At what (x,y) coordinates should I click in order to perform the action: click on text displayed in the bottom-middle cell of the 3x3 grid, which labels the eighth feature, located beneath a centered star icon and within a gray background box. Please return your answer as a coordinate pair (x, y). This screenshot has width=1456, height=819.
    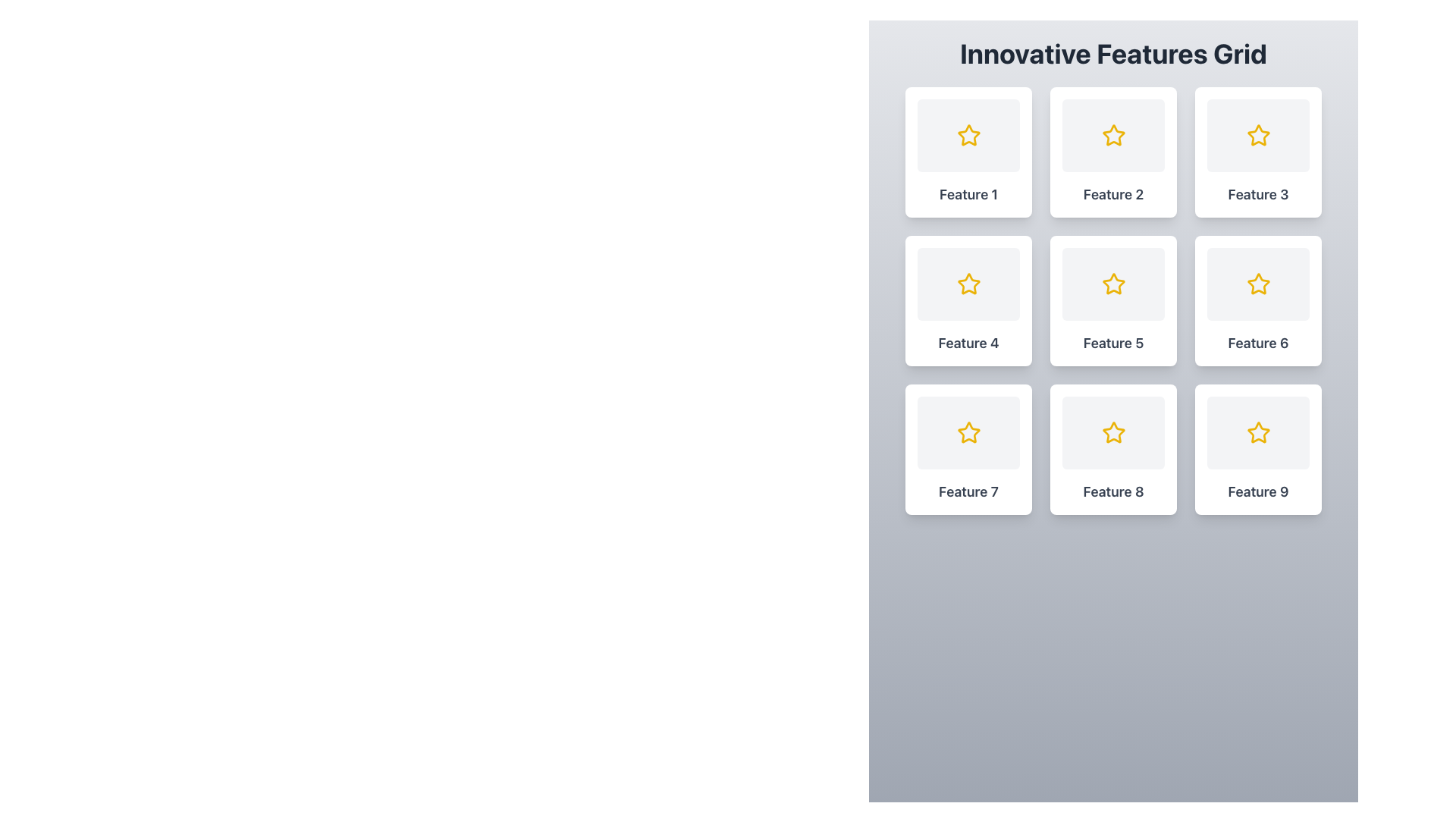
    Looking at the image, I should click on (1113, 491).